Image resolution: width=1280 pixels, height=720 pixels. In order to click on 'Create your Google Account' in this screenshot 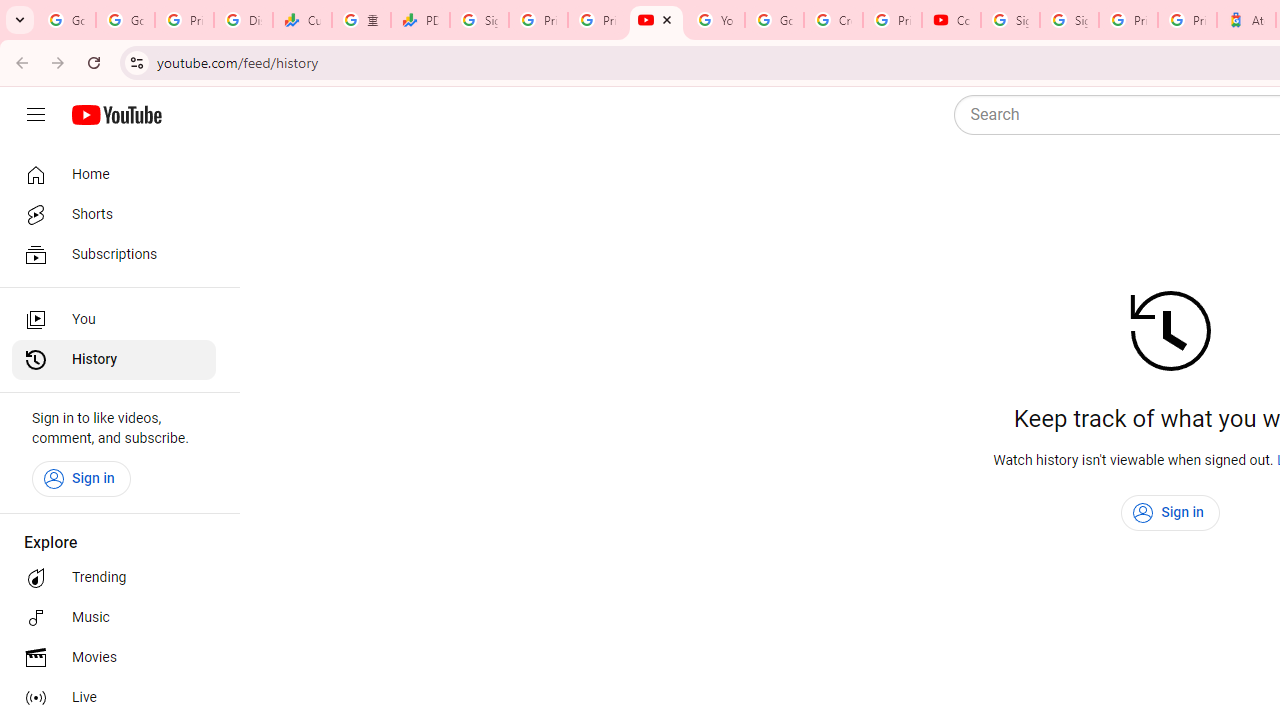, I will do `click(833, 20)`.